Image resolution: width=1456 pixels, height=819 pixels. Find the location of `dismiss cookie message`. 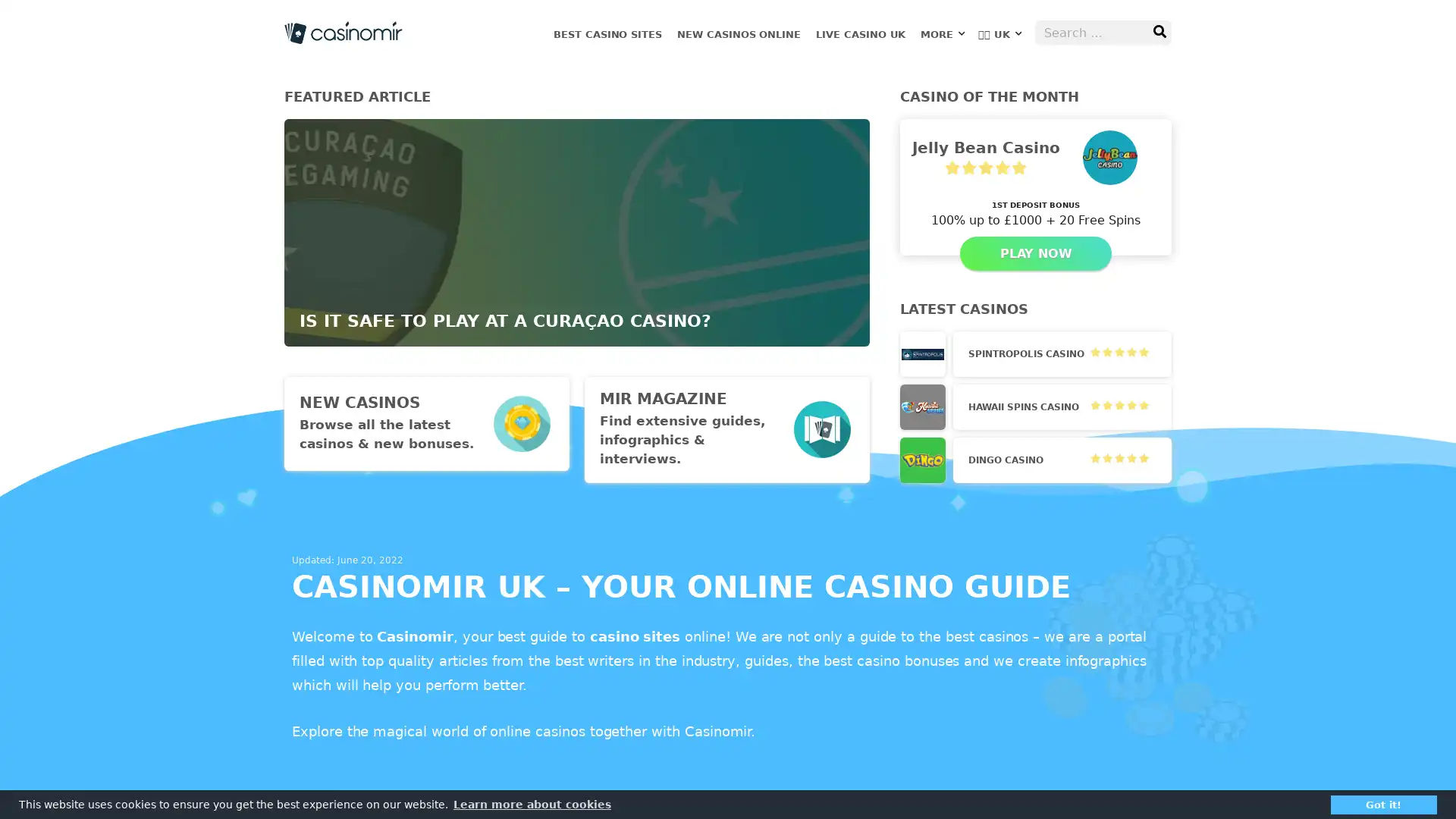

dismiss cookie message is located at coordinates (1383, 803).